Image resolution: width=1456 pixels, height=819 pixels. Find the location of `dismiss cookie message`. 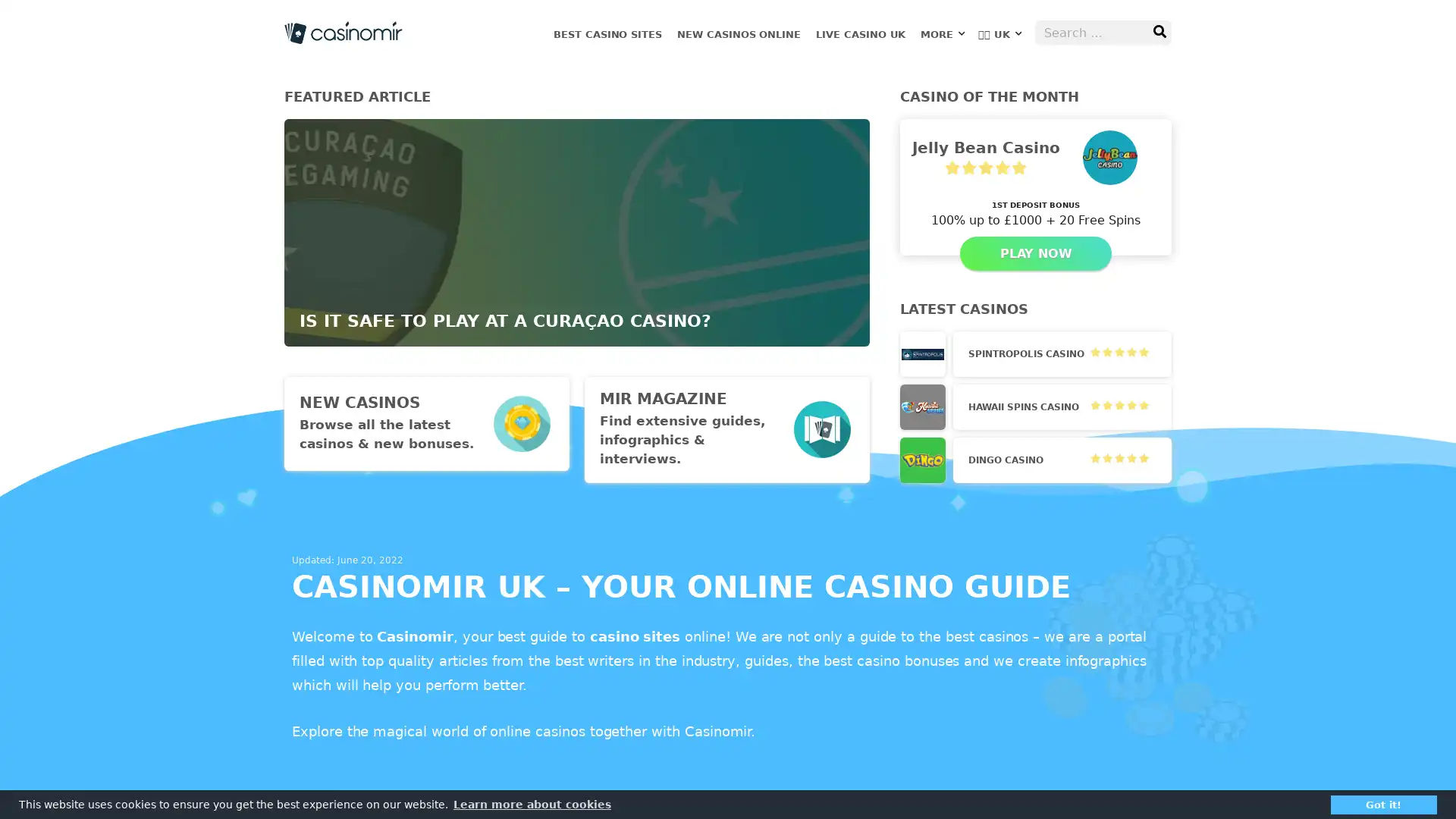

dismiss cookie message is located at coordinates (1383, 803).